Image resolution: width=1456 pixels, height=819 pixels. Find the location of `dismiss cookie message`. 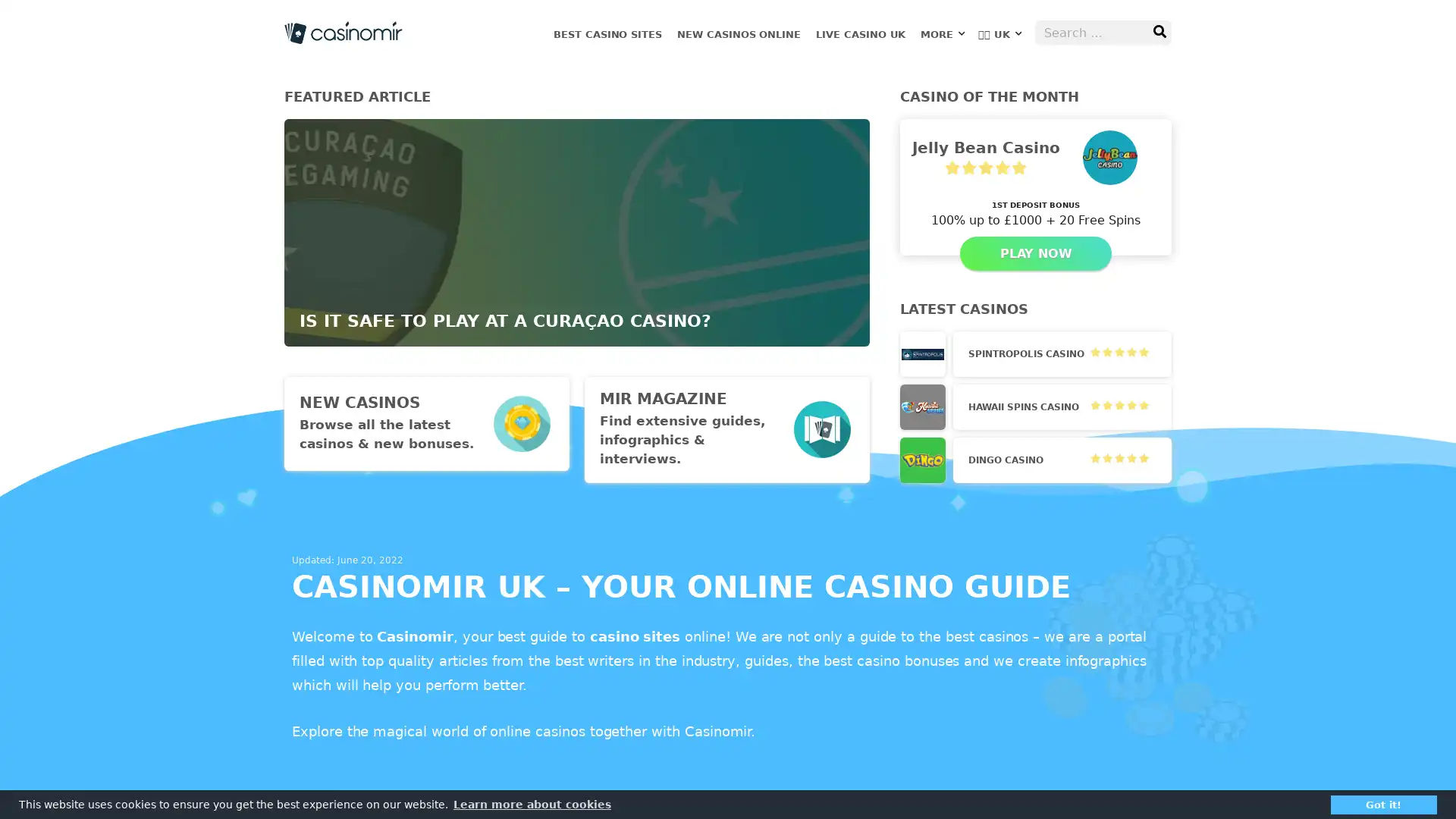

dismiss cookie message is located at coordinates (1383, 803).